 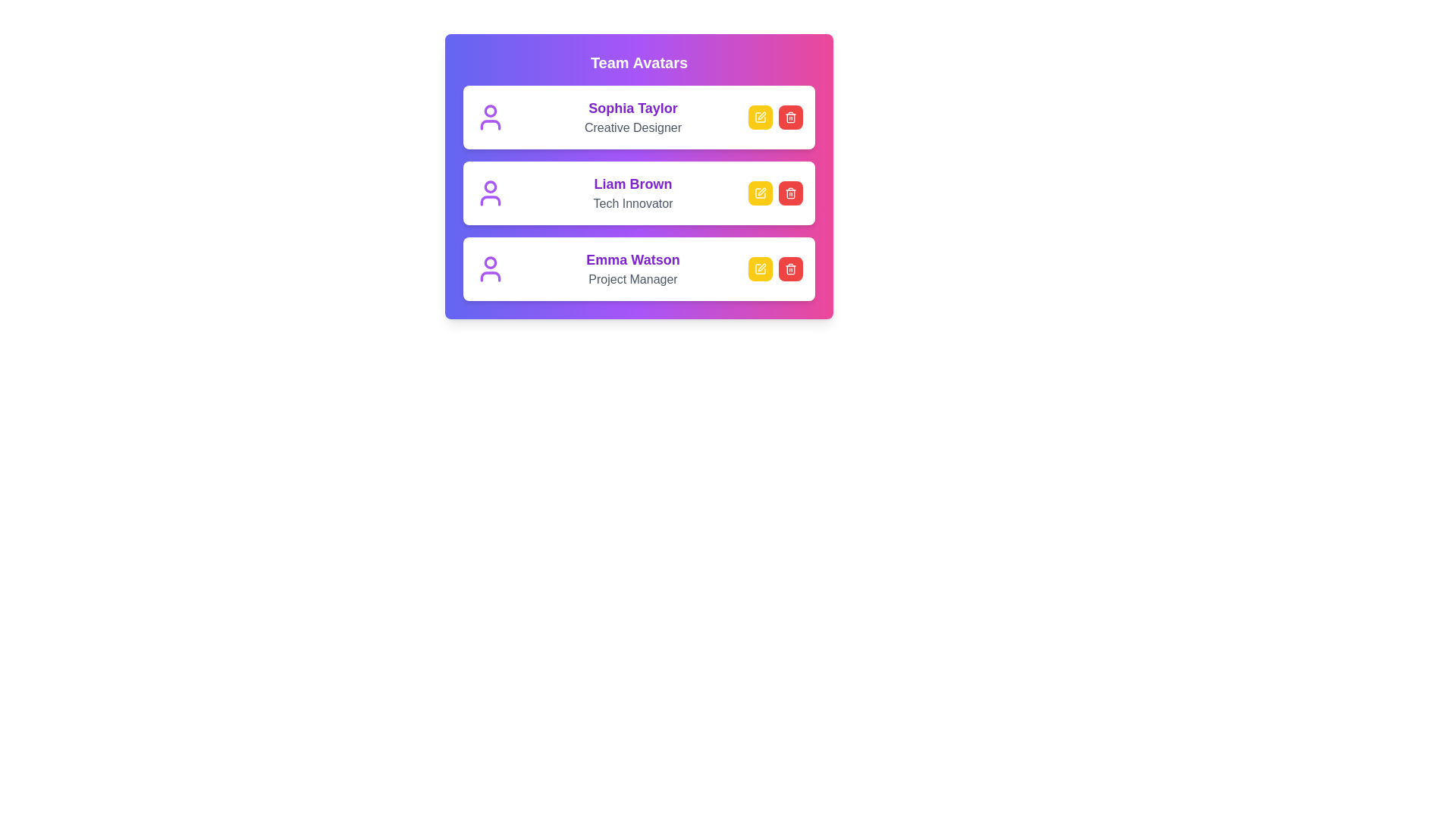 What do you see at coordinates (633, 268) in the screenshot?
I see `text displayed in the text element showing 'Emma Watson' in bold purple font, located in the lower section of the list within the 'Team Avatars' component` at bounding box center [633, 268].